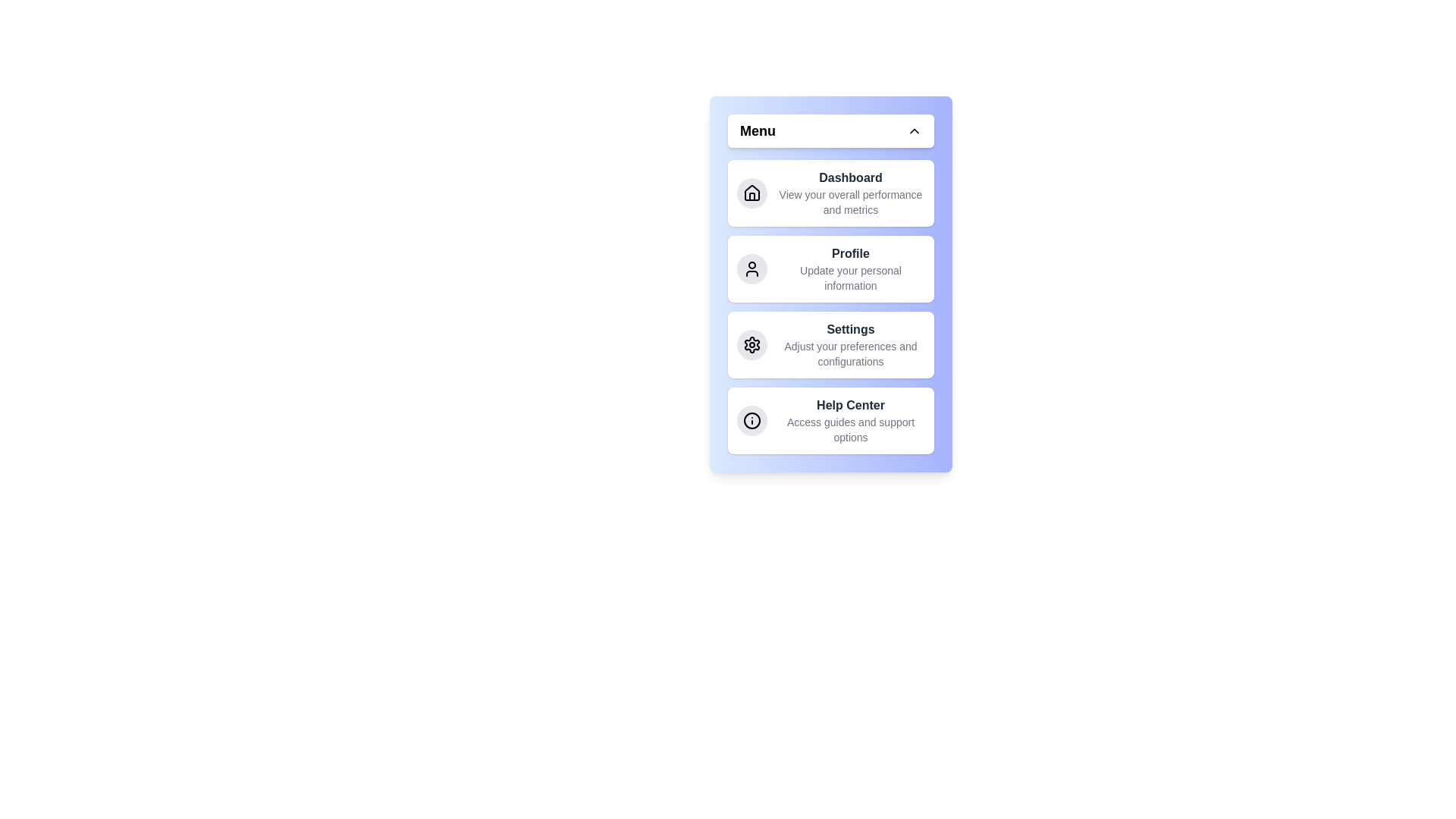  What do you see at coordinates (830, 345) in the screenshot?
I see `the menu item labeled Settings to navigate to its section` at bounding box center [830, 345].